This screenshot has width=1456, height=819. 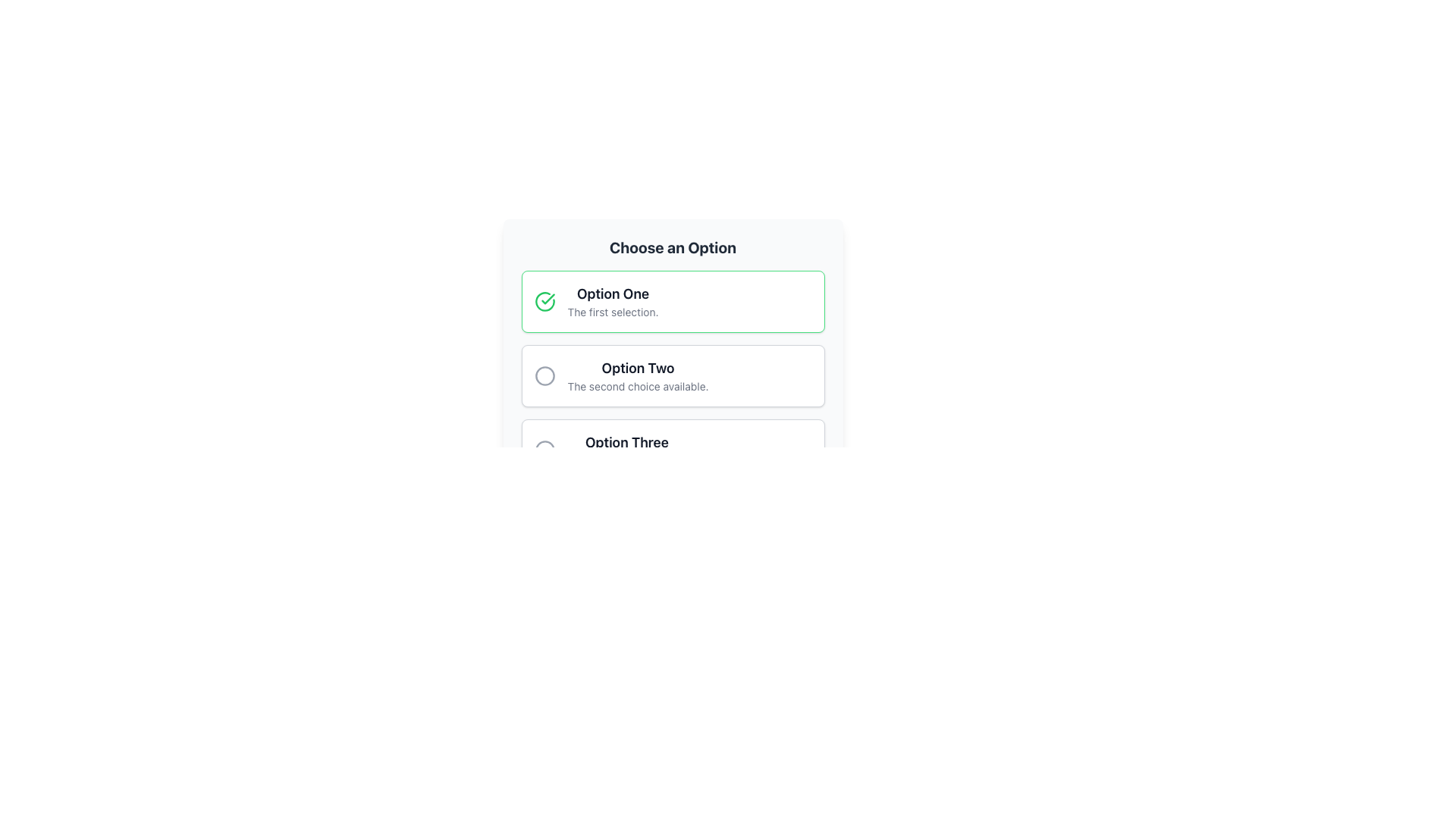 I want to click on the 'Option Two' button styled as a card, so click(x=672, y=375).